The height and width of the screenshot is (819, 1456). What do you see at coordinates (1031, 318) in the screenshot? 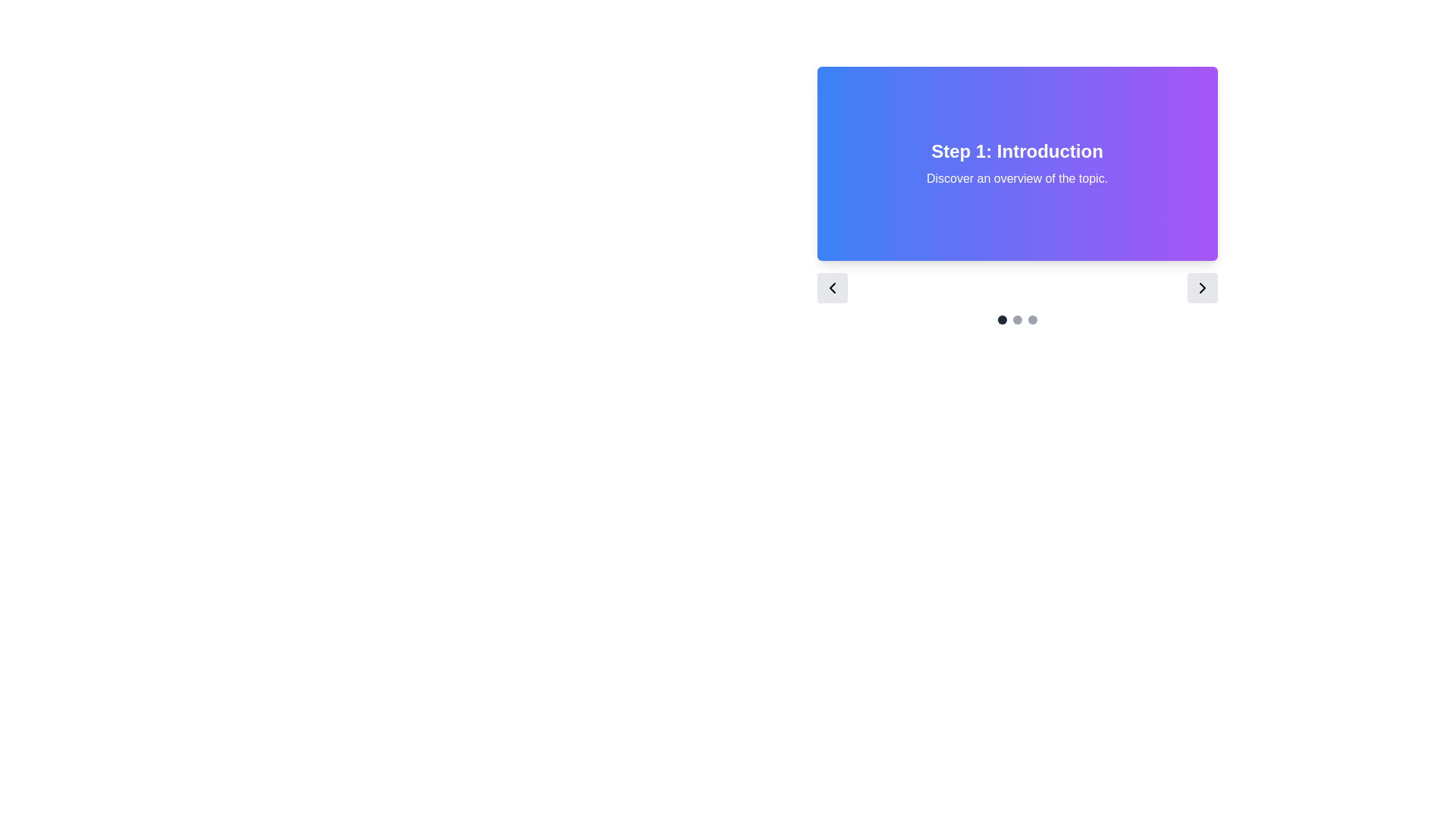
I see `the third pagination dot, which is part of a group of three circular icons arranged in a row below the card component` at bounding box center [1031, 318].